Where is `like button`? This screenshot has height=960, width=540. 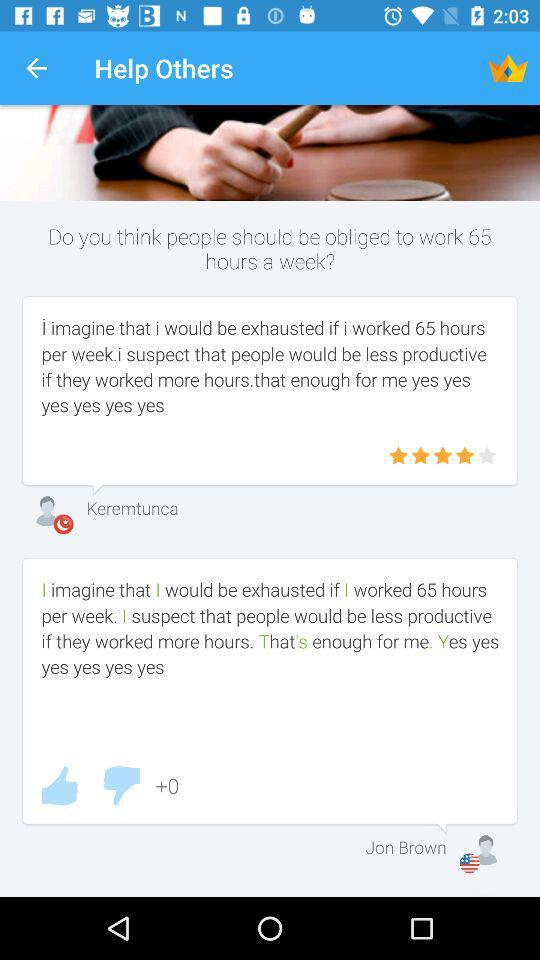
like button is located at coordinates (59, 785).